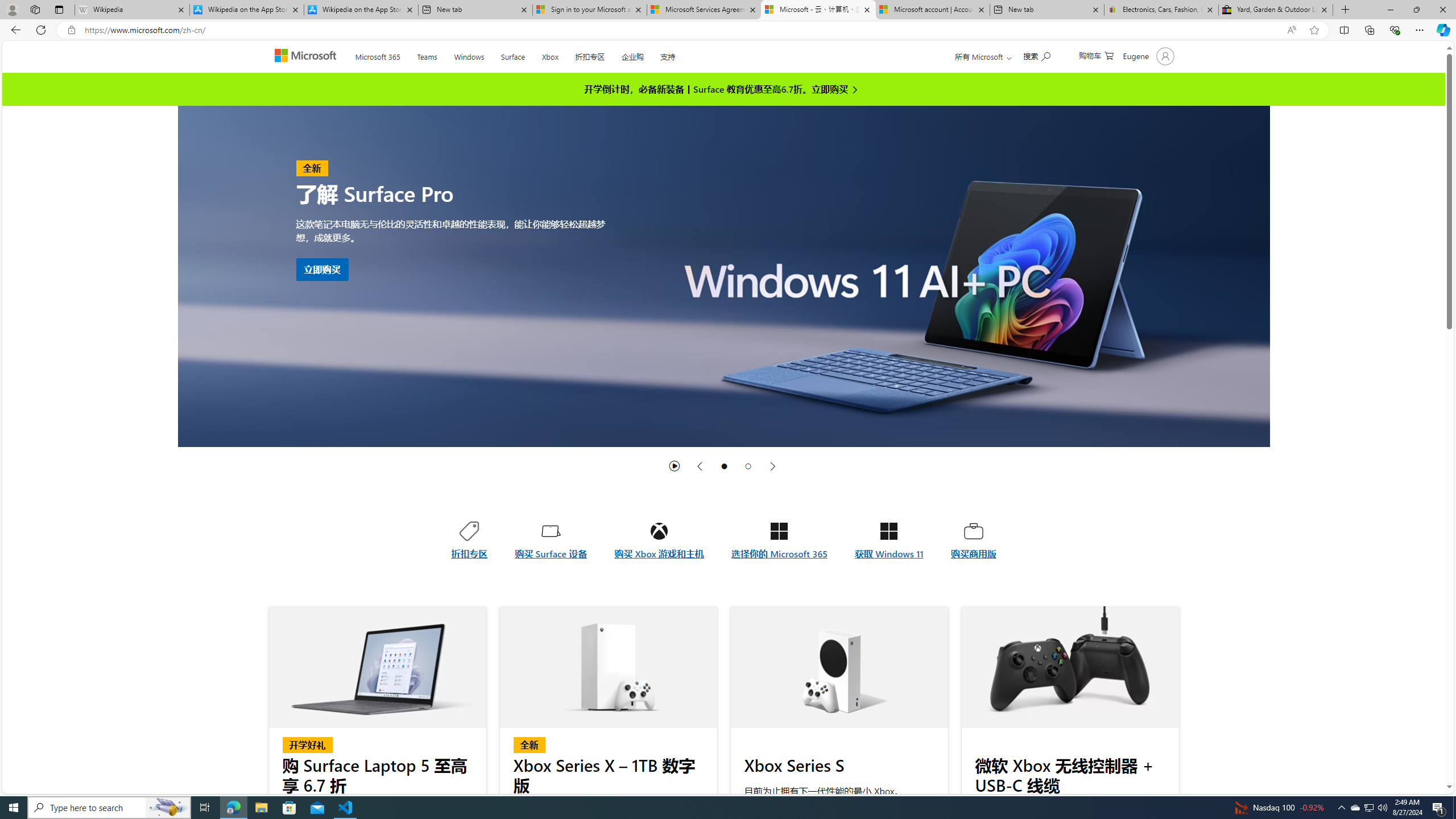 Image resolution: width=1456 pixels, height=819 pixels. Describe the element at coordinates (549, 55) in the screenshot. I see `'Xbox'` at that location.